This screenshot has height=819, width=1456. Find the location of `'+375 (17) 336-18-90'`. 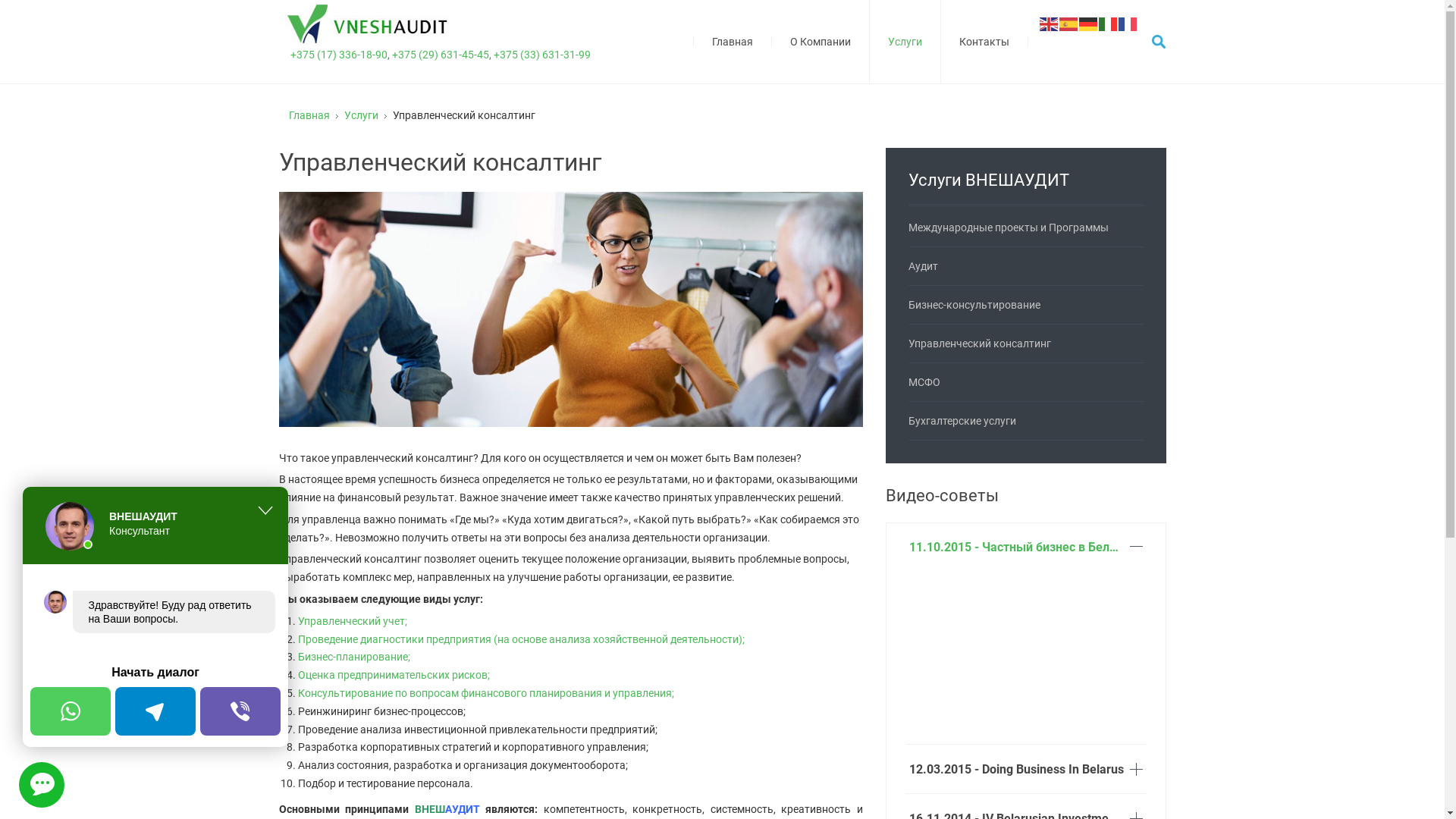

'+375 (17) 336-18-90' is located at coordinates (290, 54).